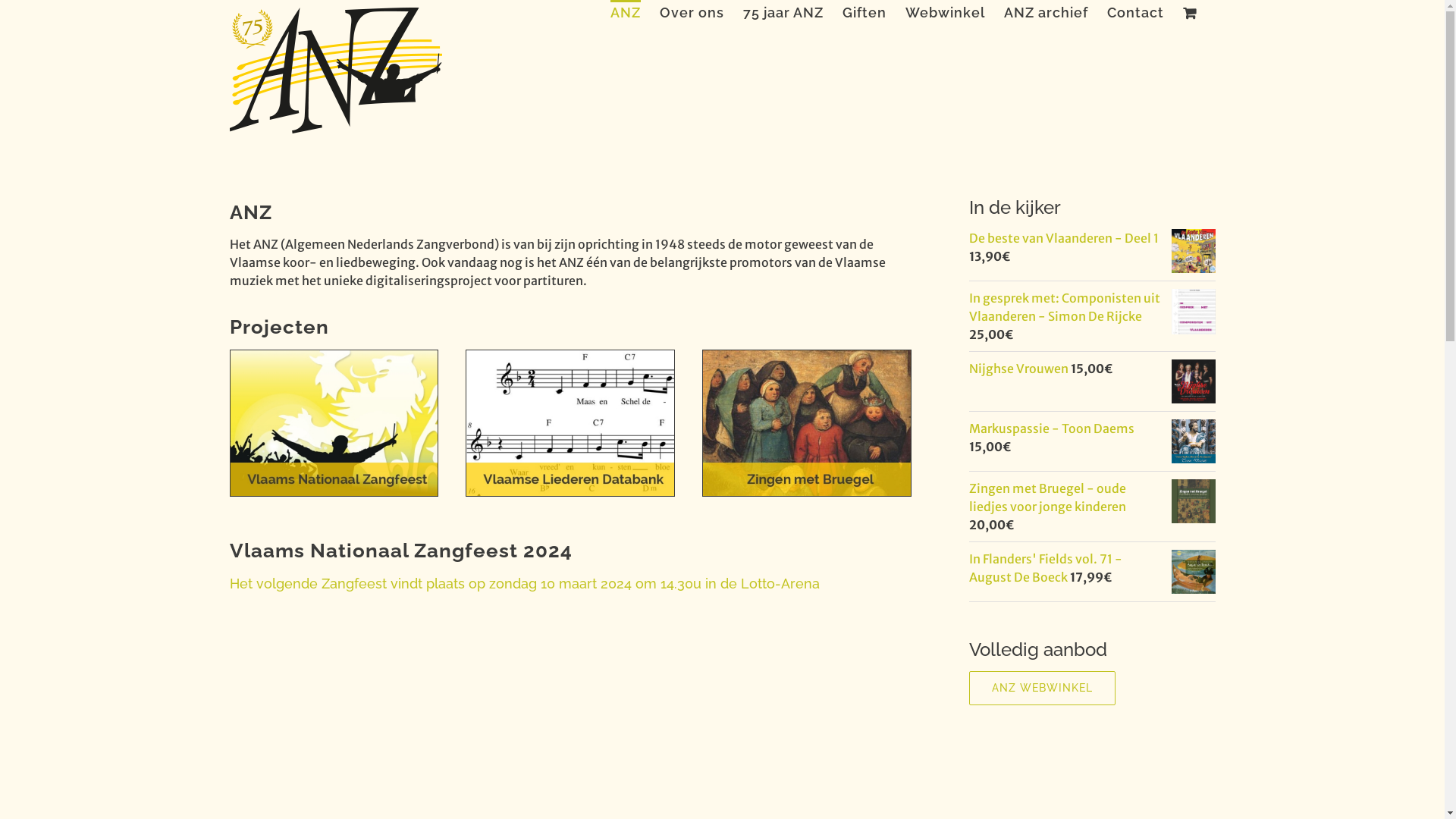 This screenshot has width=1456, height=819. I want to click on 'Zingen met Bruegel - oude liedjes voor jonge kinderen', so click(1046, 497).